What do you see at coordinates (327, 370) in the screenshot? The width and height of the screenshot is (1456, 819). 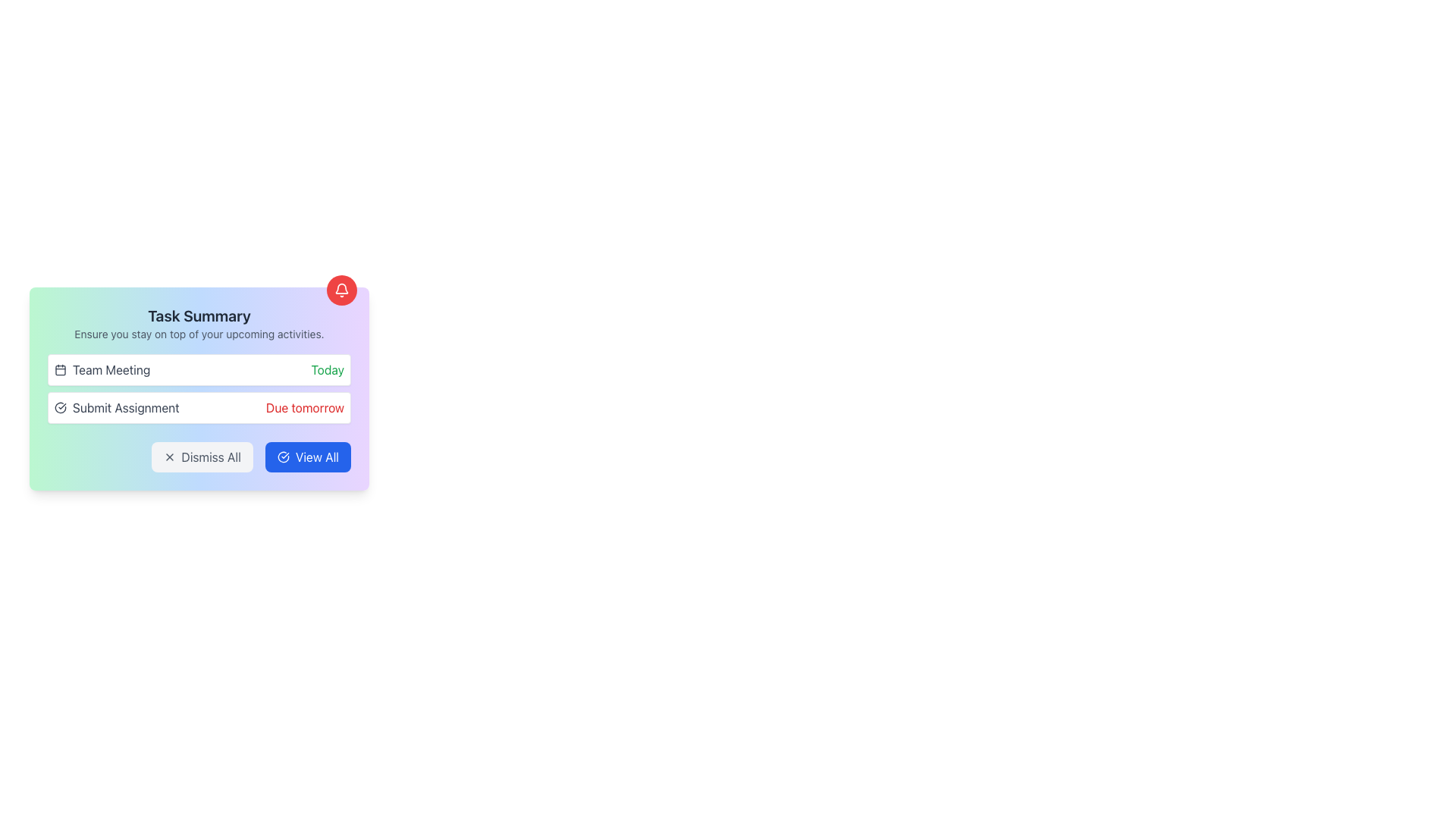 I see `the Text Label that indicates the current date or status, specifically denoting that the associated task occurs or is relevant 'Today', located on the right side of the 'Team Meeting' string` at bounding box center [327, 370].